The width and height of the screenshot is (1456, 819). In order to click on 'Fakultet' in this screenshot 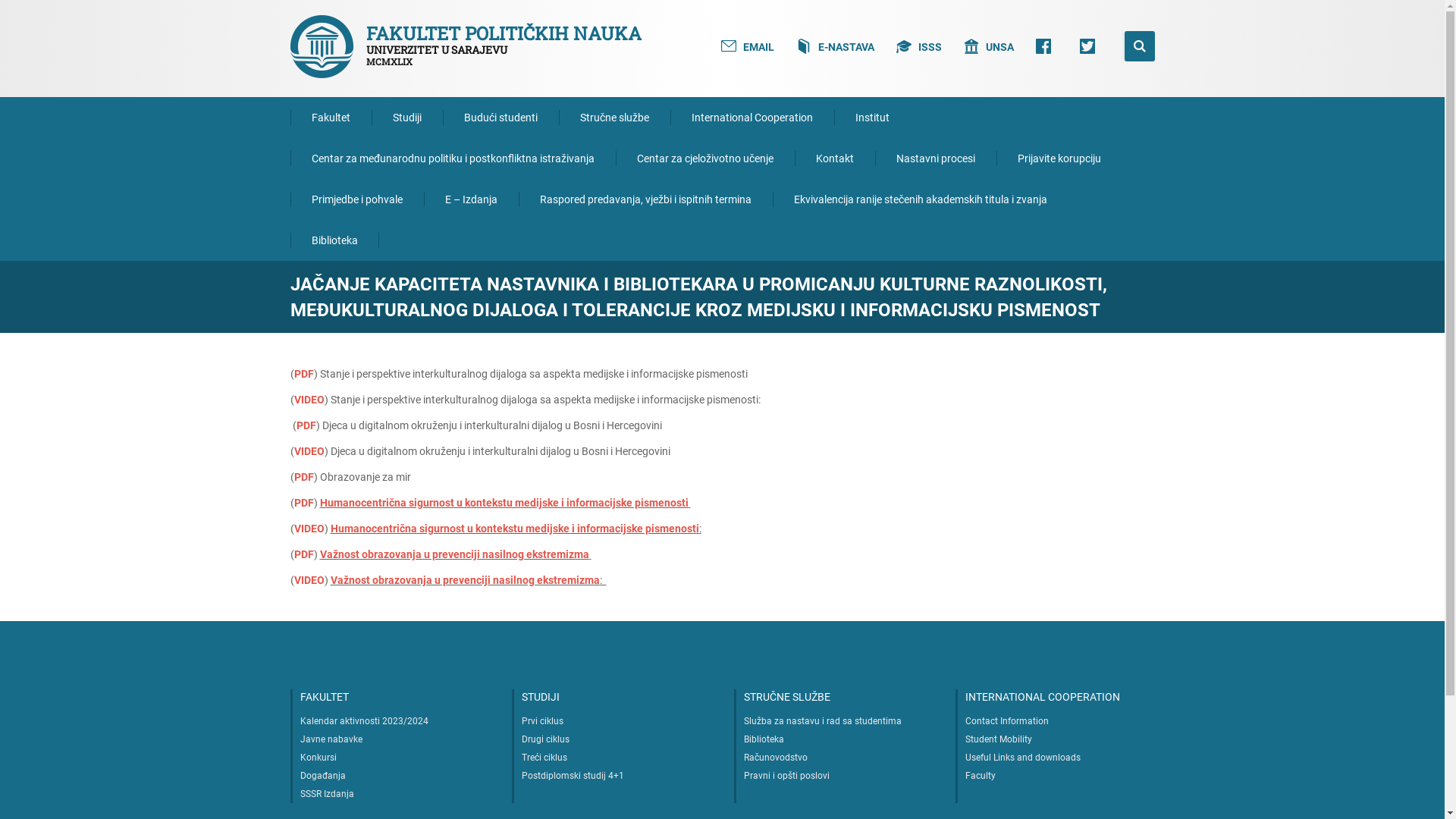, I will do `click(329, 116)`.